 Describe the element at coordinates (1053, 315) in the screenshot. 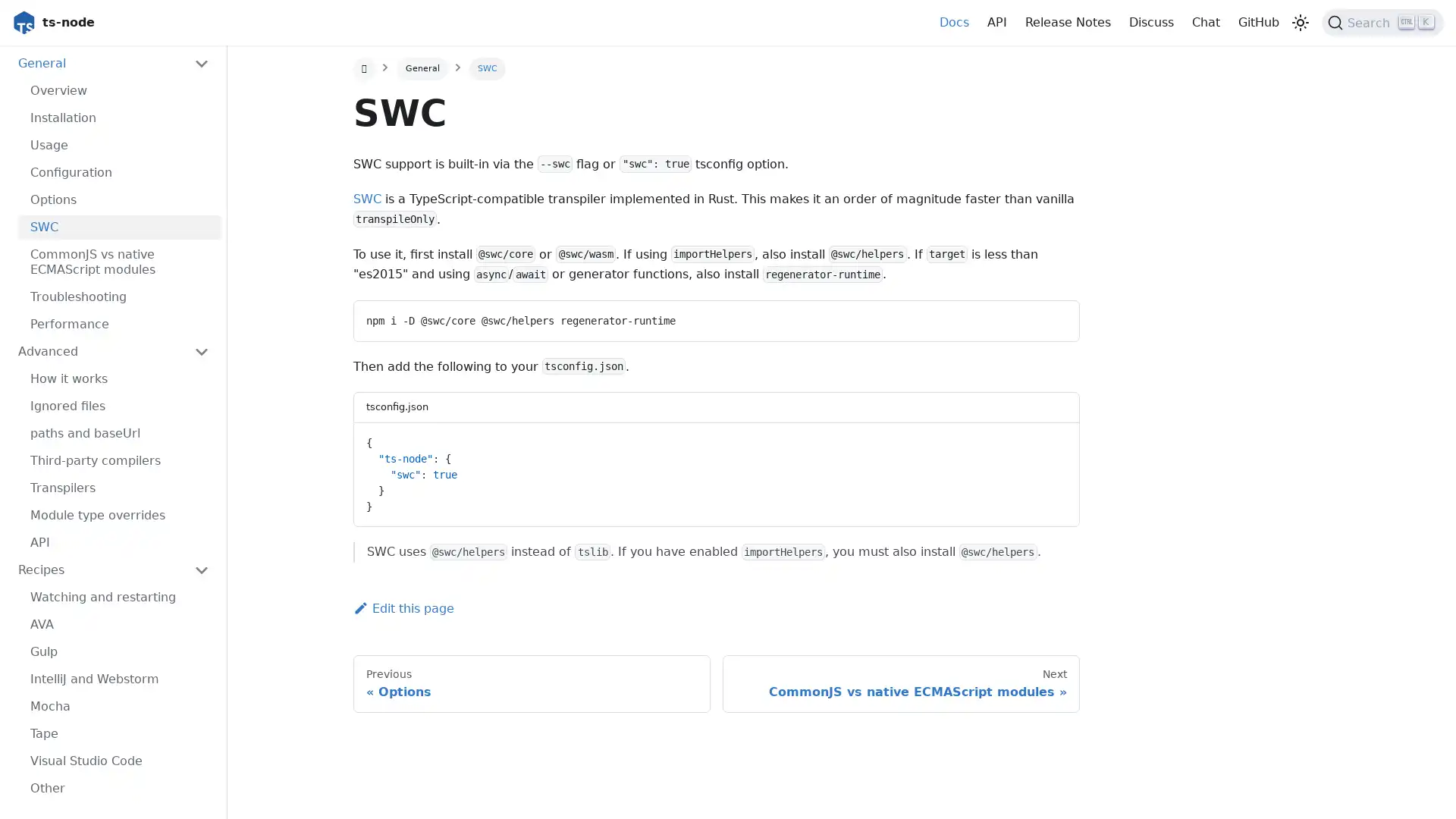

I see `Copy code to clipboard` at that location.